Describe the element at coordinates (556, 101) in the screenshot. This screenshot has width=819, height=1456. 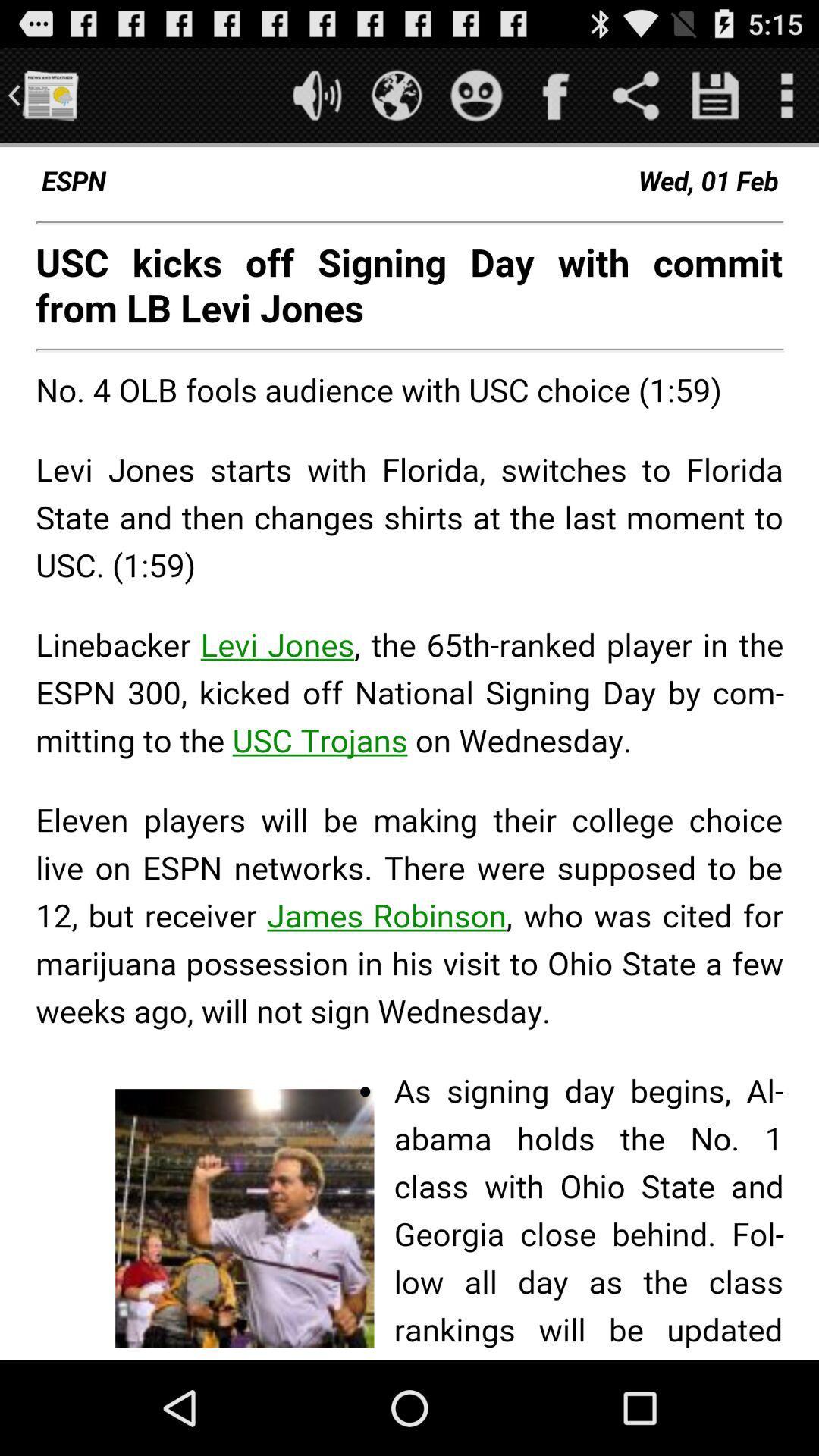
I see `the facebook icon` at that location.